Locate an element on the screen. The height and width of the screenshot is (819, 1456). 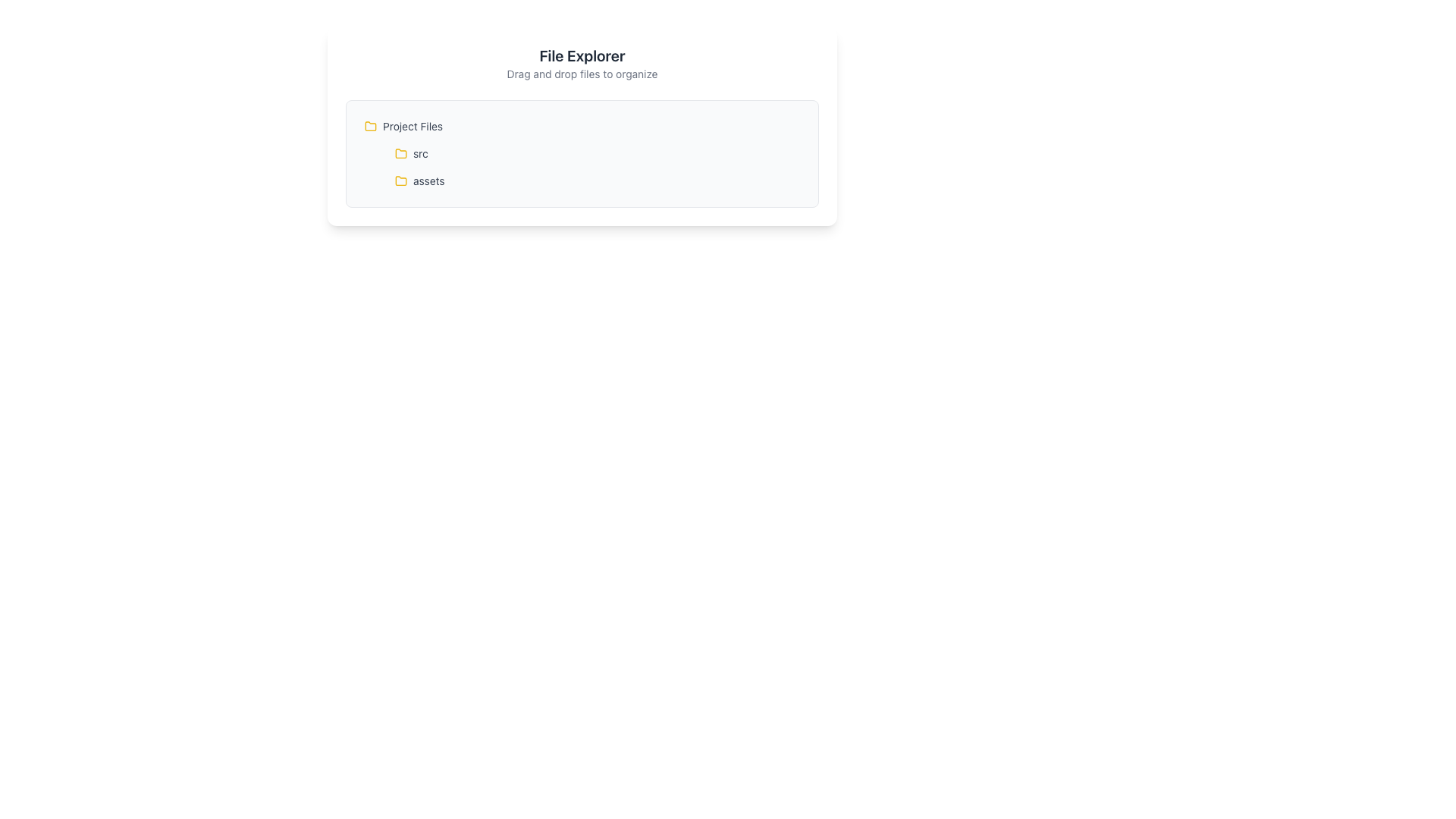
the small folder icon with a yellowish hue located to the left of the 'Project Files' label, which is the first element in the group 'flex items-center flex-1 space-x-2' is located at coordinates (371, 125).